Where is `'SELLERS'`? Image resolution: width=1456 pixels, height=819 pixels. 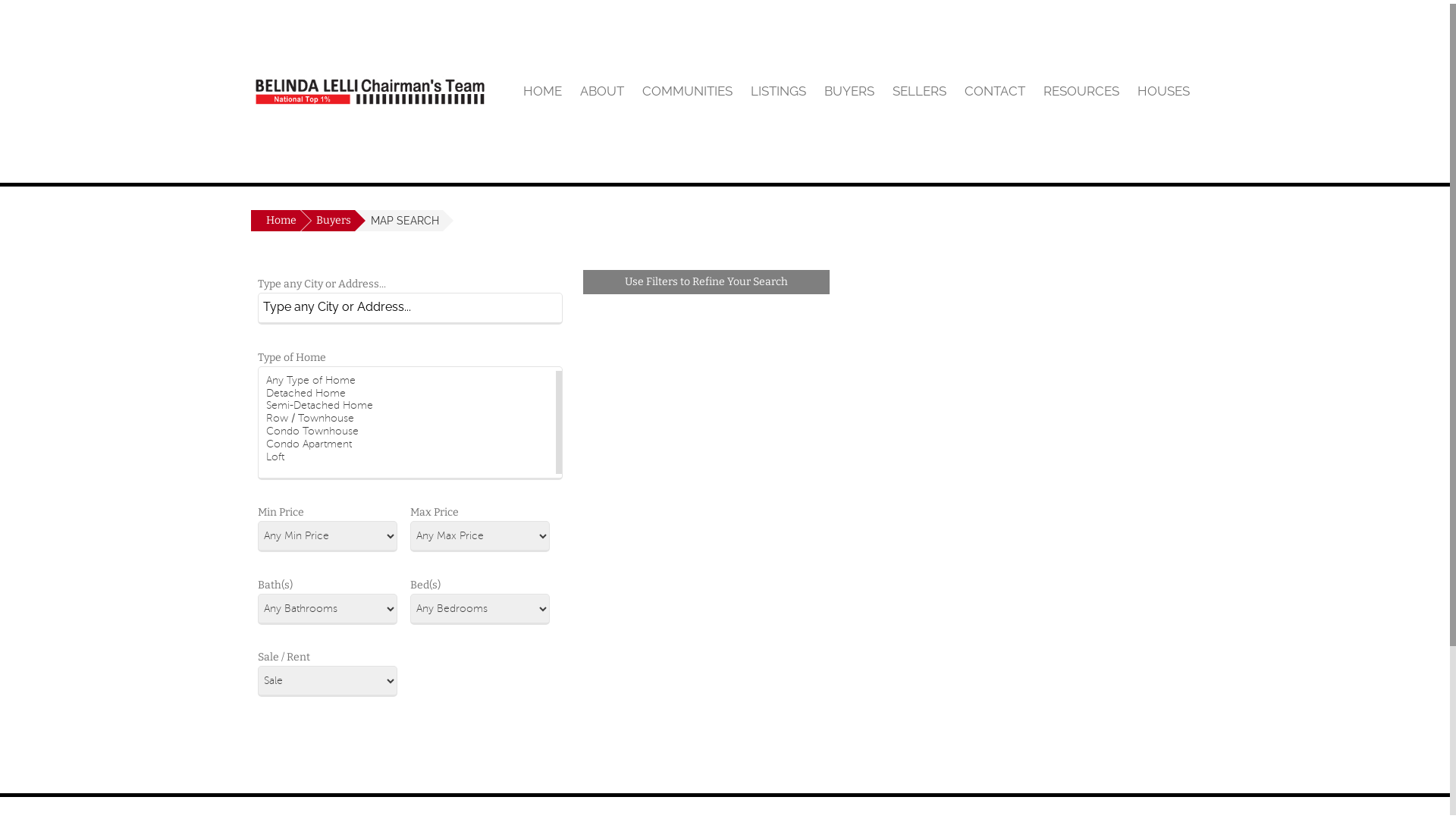 'SELLERS' is located at coordinates (918, 90).